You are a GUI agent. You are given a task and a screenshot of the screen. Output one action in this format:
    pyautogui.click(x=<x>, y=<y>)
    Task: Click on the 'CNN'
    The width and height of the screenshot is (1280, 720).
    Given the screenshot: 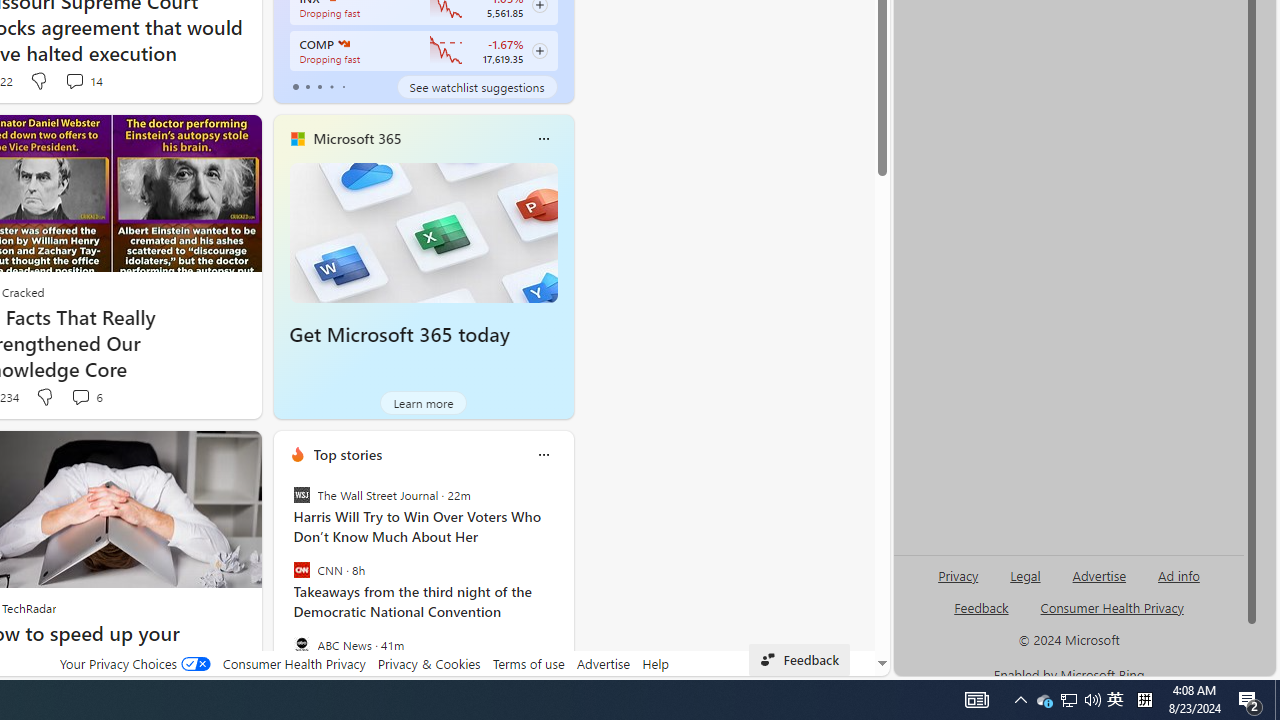 What is the action you would take?
    pyautogui.click(x=300, y=570)
    